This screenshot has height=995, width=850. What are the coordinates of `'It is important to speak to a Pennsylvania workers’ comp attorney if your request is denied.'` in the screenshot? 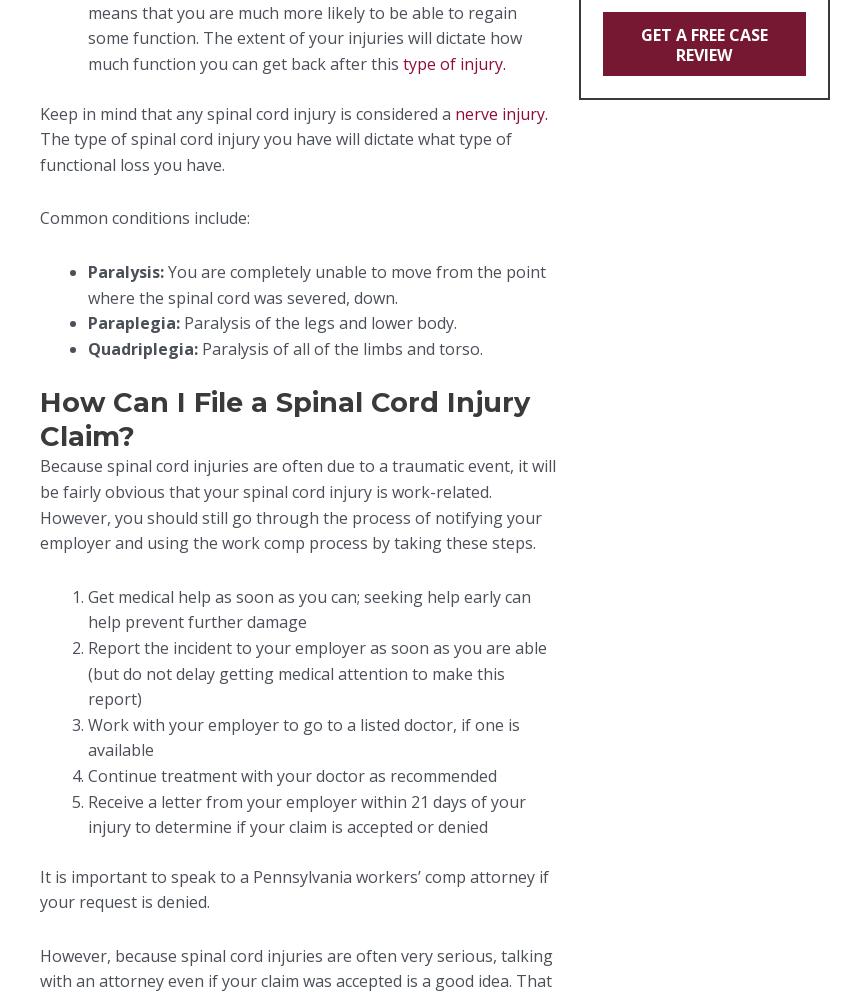 It's located at (293, 888).